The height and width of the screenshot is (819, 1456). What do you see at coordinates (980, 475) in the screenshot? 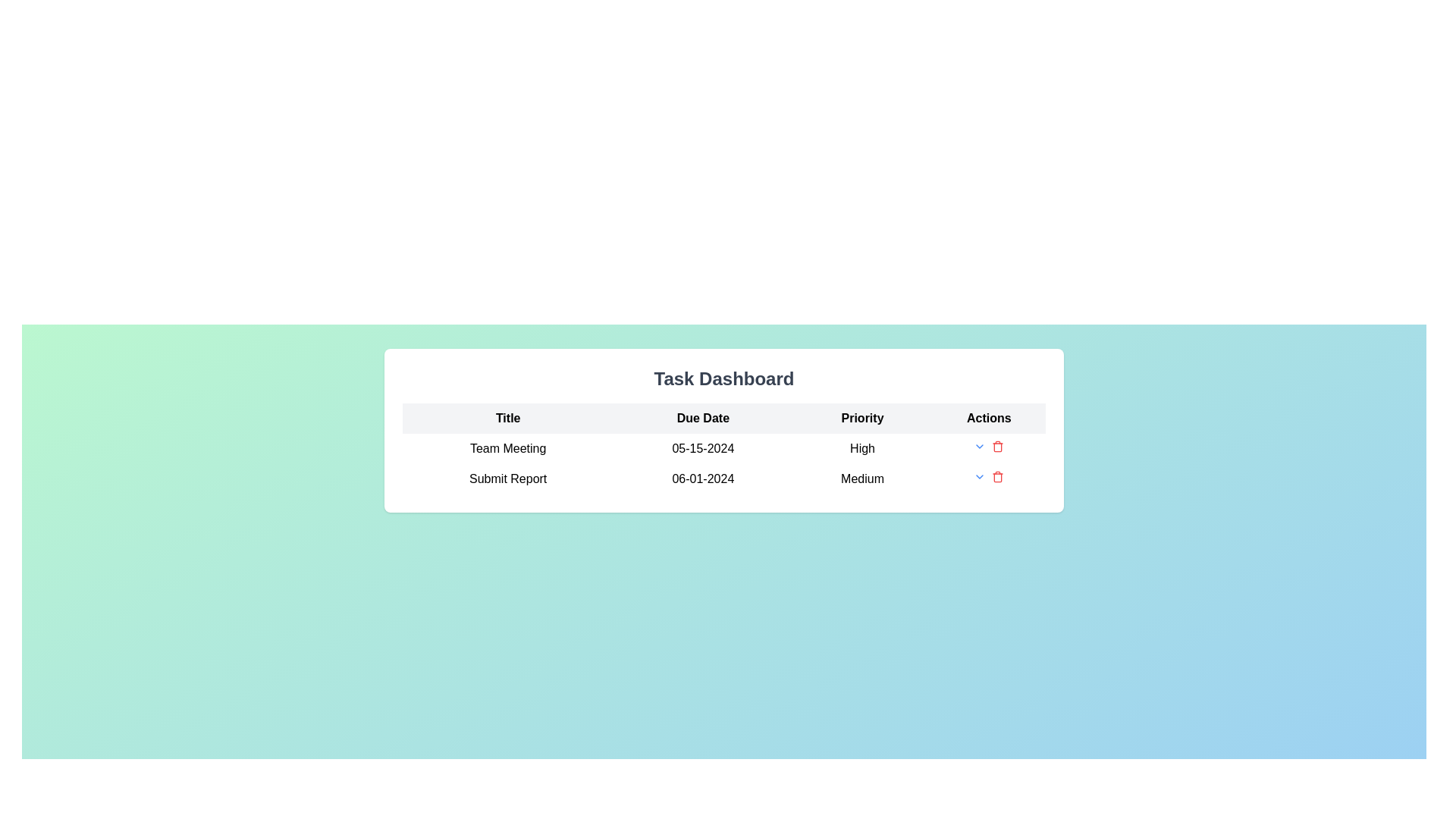
I see `the Chevron Down icon in the Actions column of the first row of the table` at bounding box center [980, 475].